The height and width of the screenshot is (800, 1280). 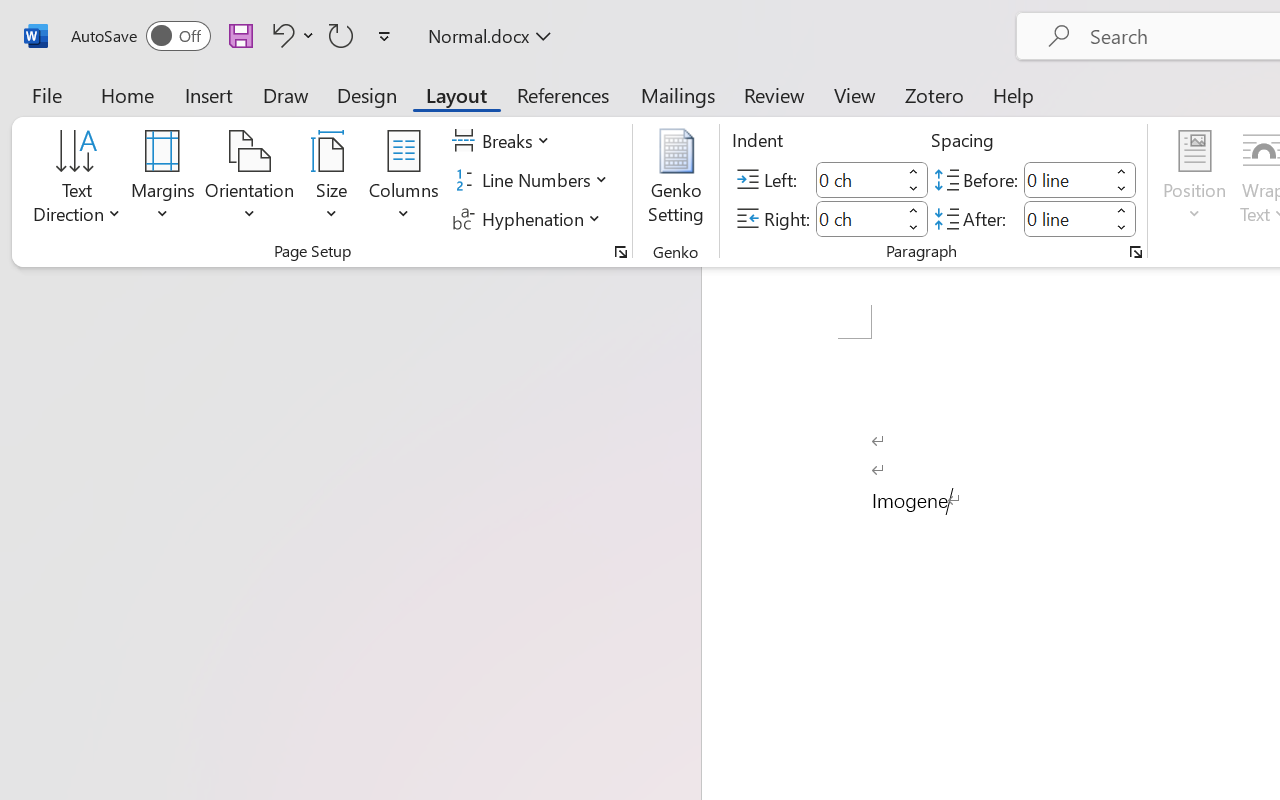 What do you see at coordinates (533, 179) in the screenshot?
I see `'Line Numbers'` at bounding box center [533, 179].